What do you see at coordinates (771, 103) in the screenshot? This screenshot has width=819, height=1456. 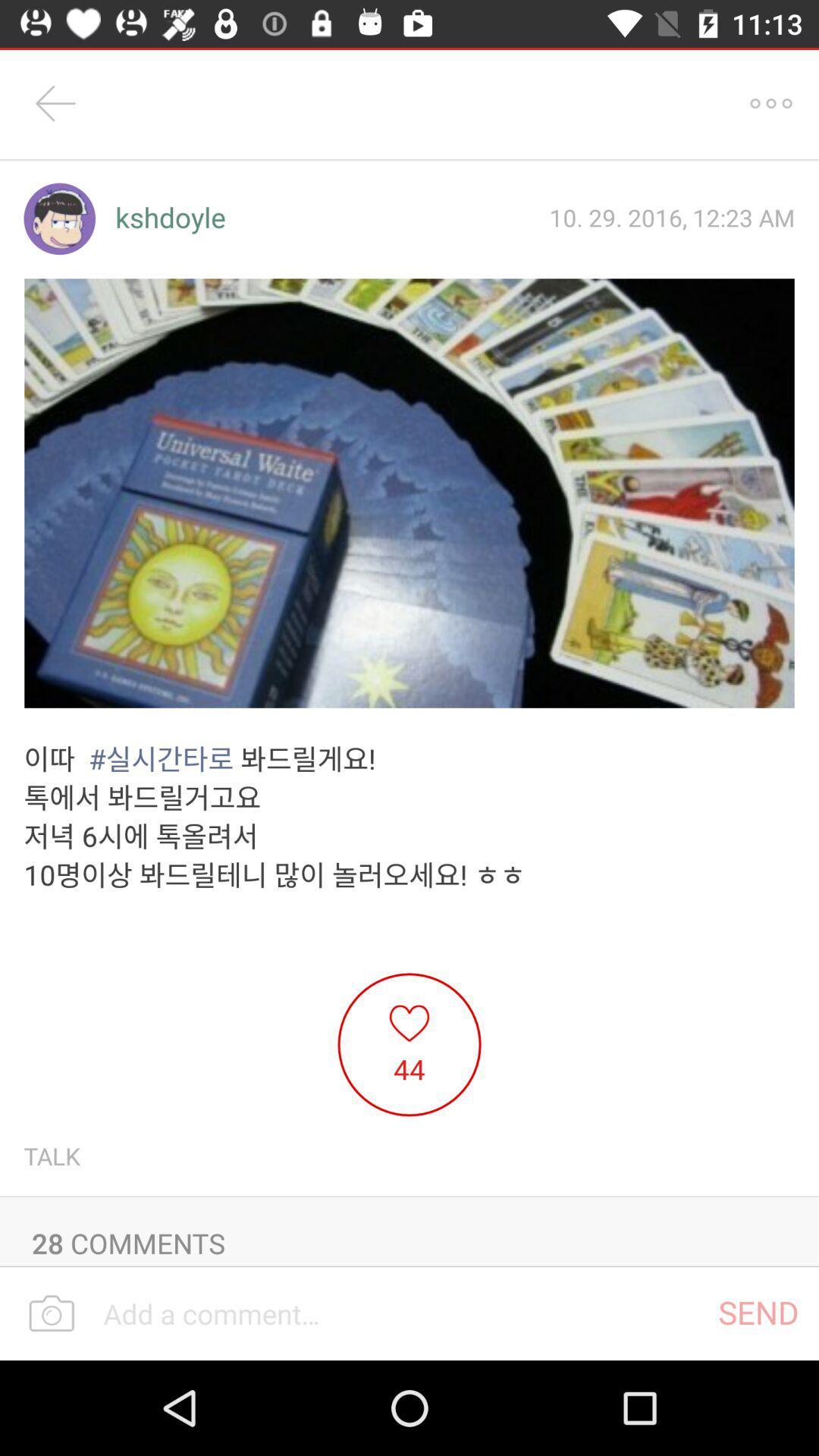 I see `the icon on the top right corner` at bounding box center [771, 103].